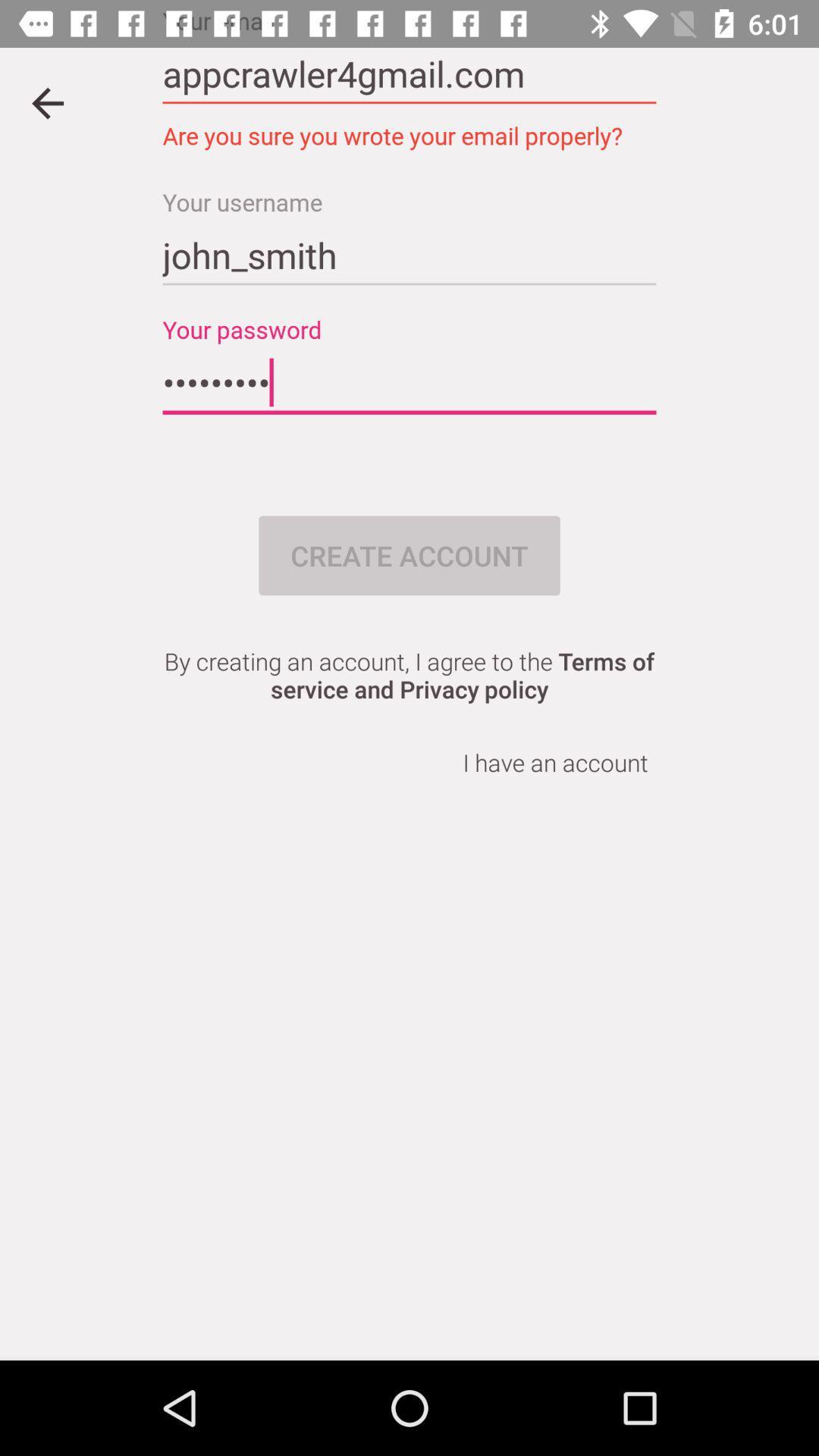 This screenshot has height=1456, width=819. I want to click on back button, so click(46, 102).